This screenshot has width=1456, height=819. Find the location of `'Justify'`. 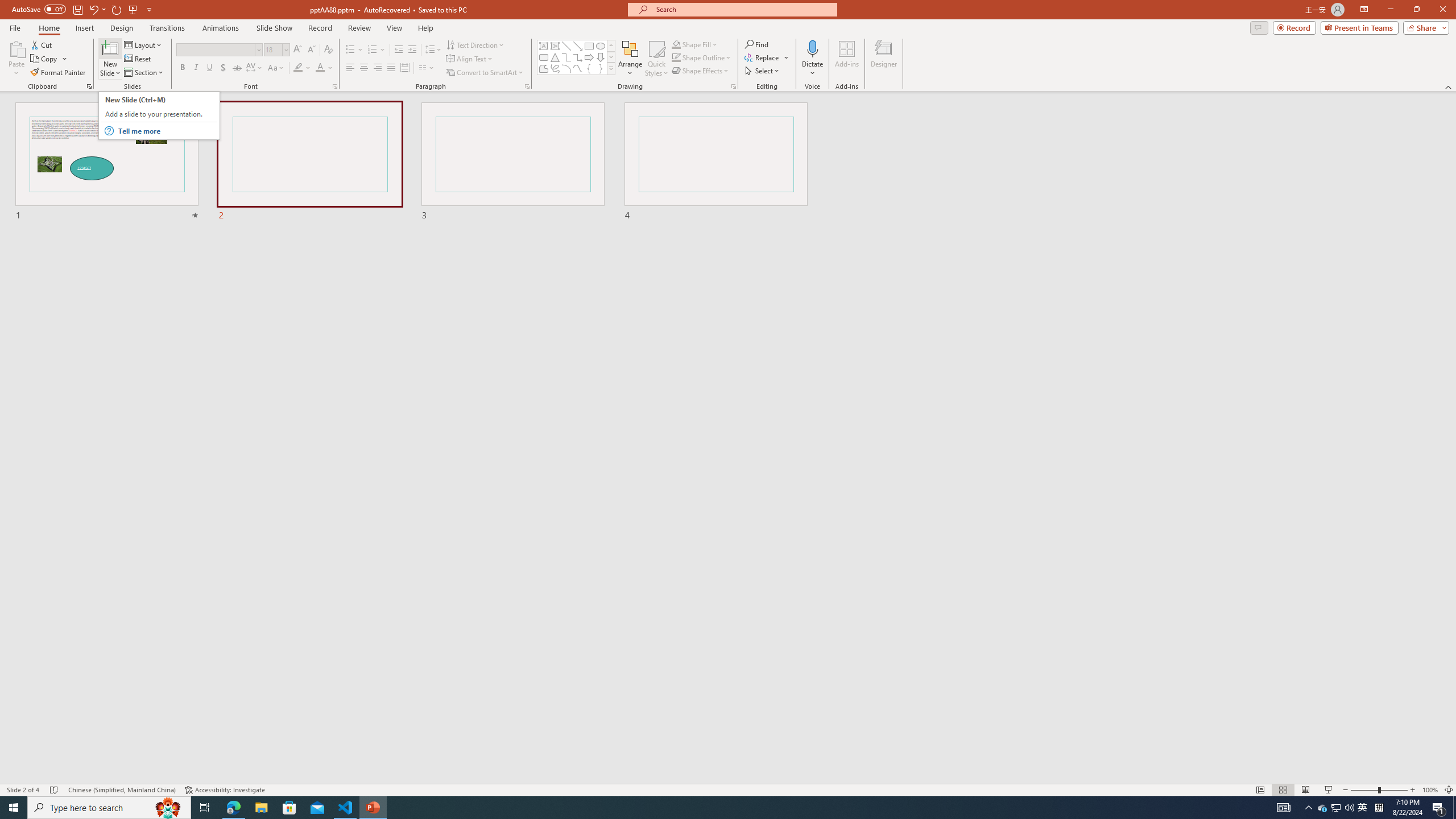

'Justify' is located at coordinates (390, 67).